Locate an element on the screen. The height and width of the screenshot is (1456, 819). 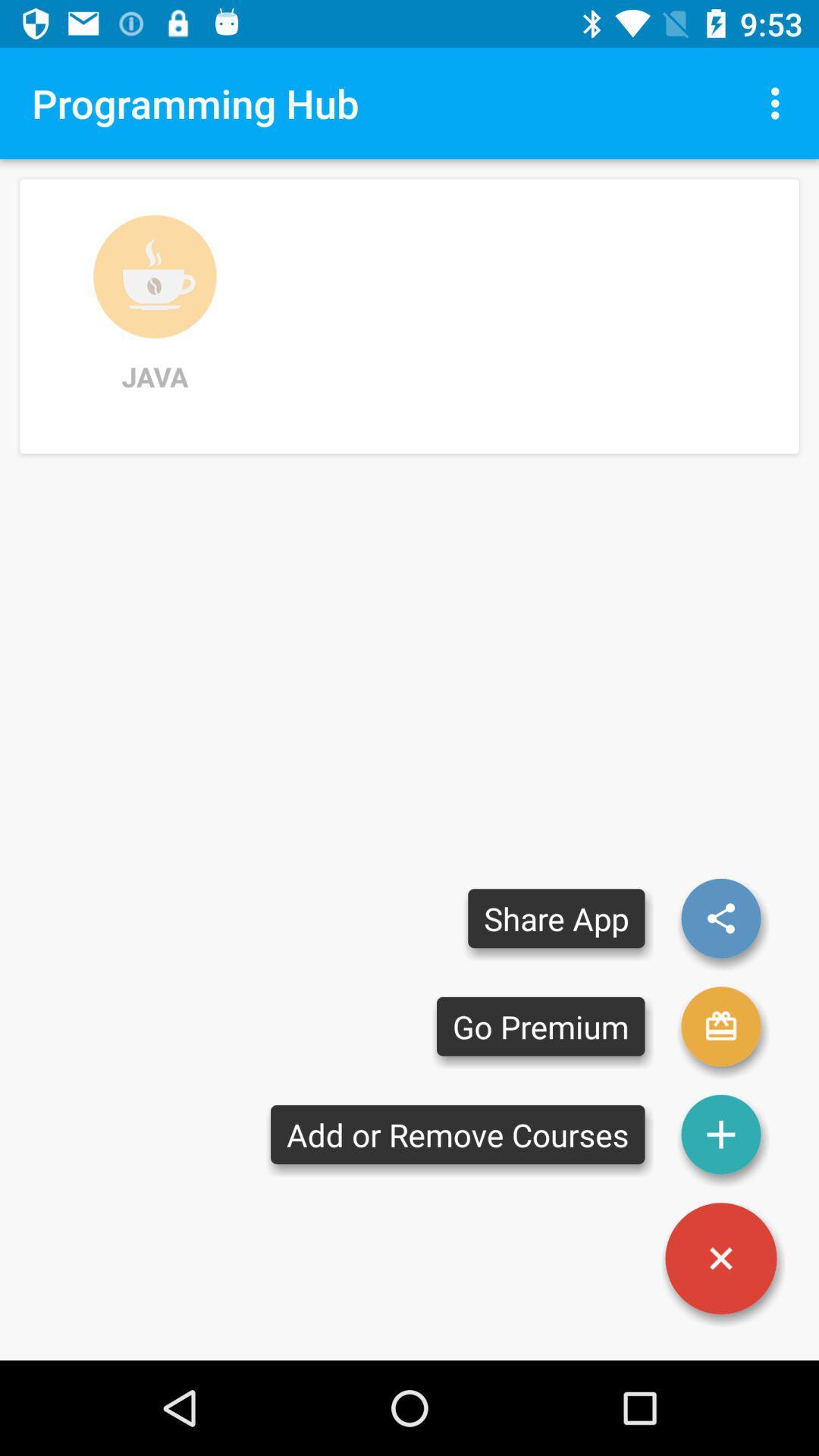
item above add or remove icon is located at coordinates (540, 1026).